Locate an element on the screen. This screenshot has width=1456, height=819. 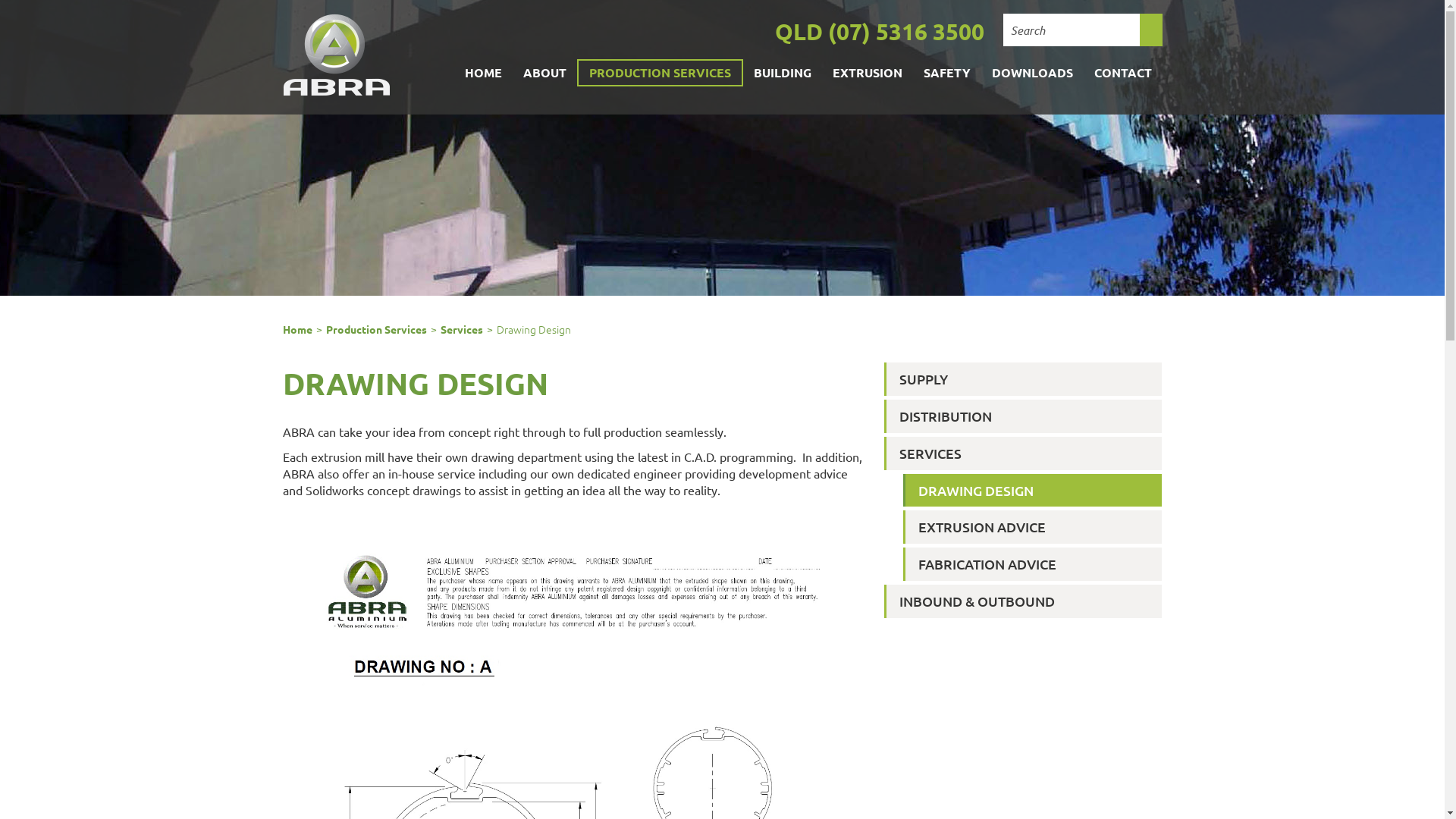
'Production Services' is located at coordinates (376, 328).